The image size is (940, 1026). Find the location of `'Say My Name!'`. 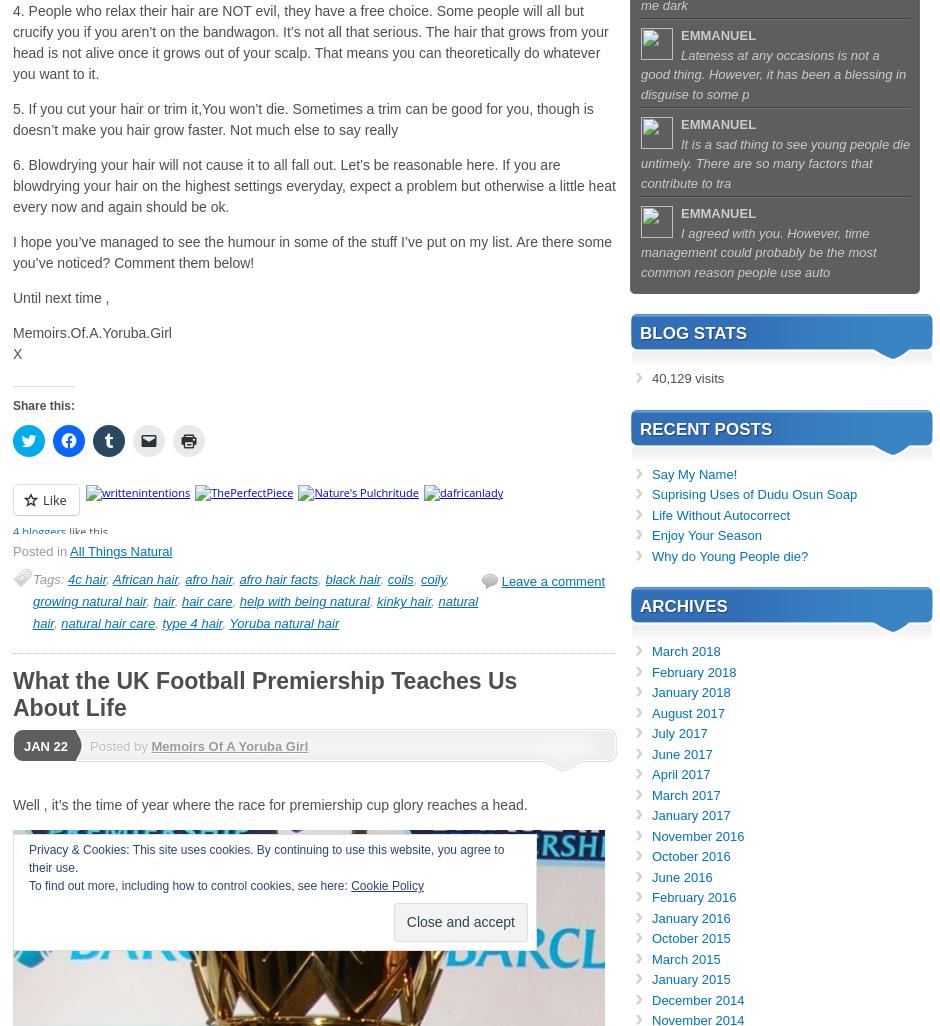

'Say My Name!' is located at coordinates (693, 472).